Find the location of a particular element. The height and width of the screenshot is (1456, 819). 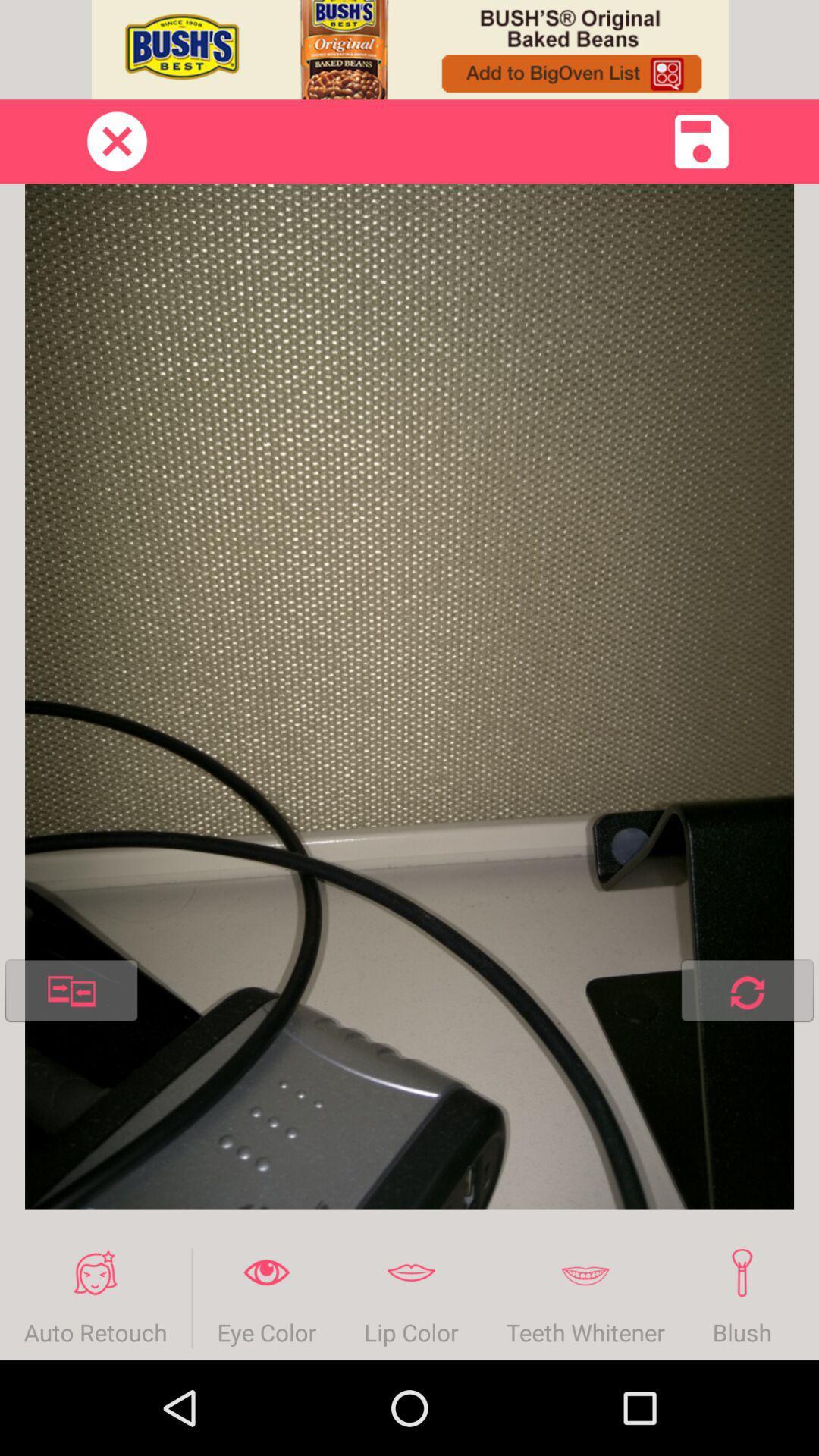

the item to the left of the teeth whitener item is located at coordinates (411, 1298).